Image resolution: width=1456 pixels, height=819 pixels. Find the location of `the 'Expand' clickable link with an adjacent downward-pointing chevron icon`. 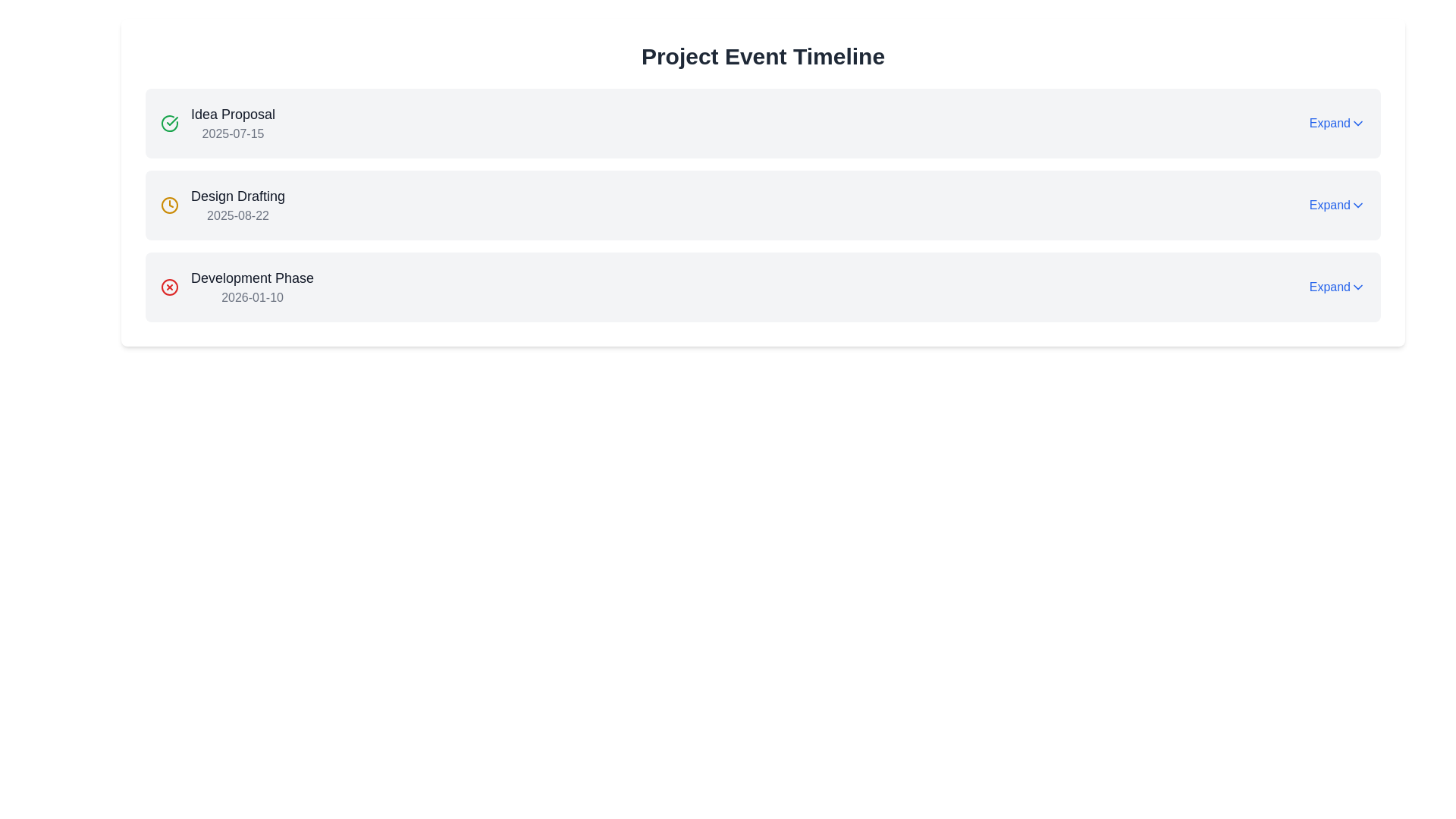

the 'Expand' clickable link with an adjacent downward-pointing chevron icon is located at coordinates (1337, 205).